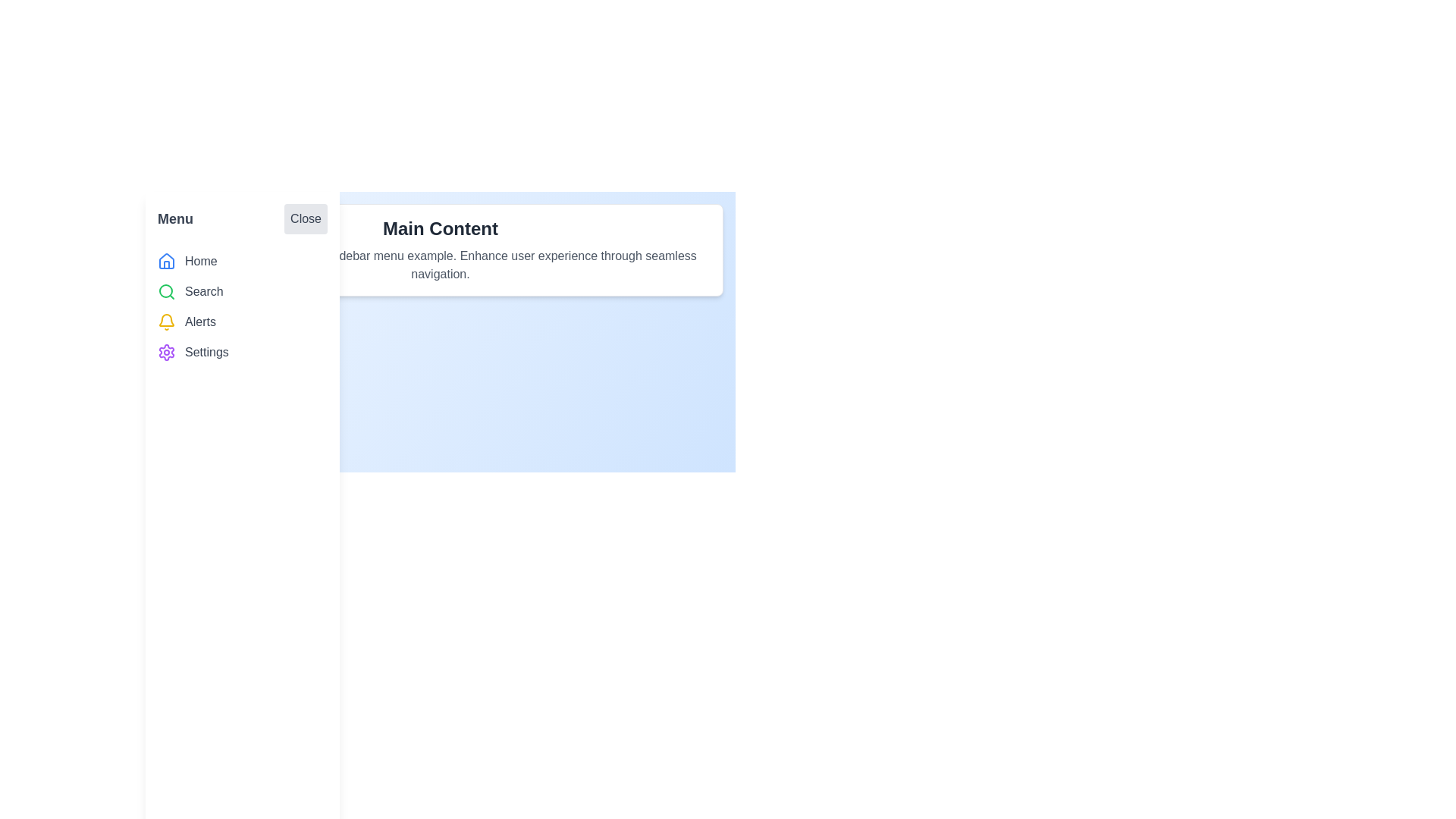 Image resolution: width=1456 pixels, height=819 pixels. Describe the element at coordinates (200, 260) in the screenshot. I see `the 'Home' text label, which is styled in gray and positioned next to a house icon` at that location.